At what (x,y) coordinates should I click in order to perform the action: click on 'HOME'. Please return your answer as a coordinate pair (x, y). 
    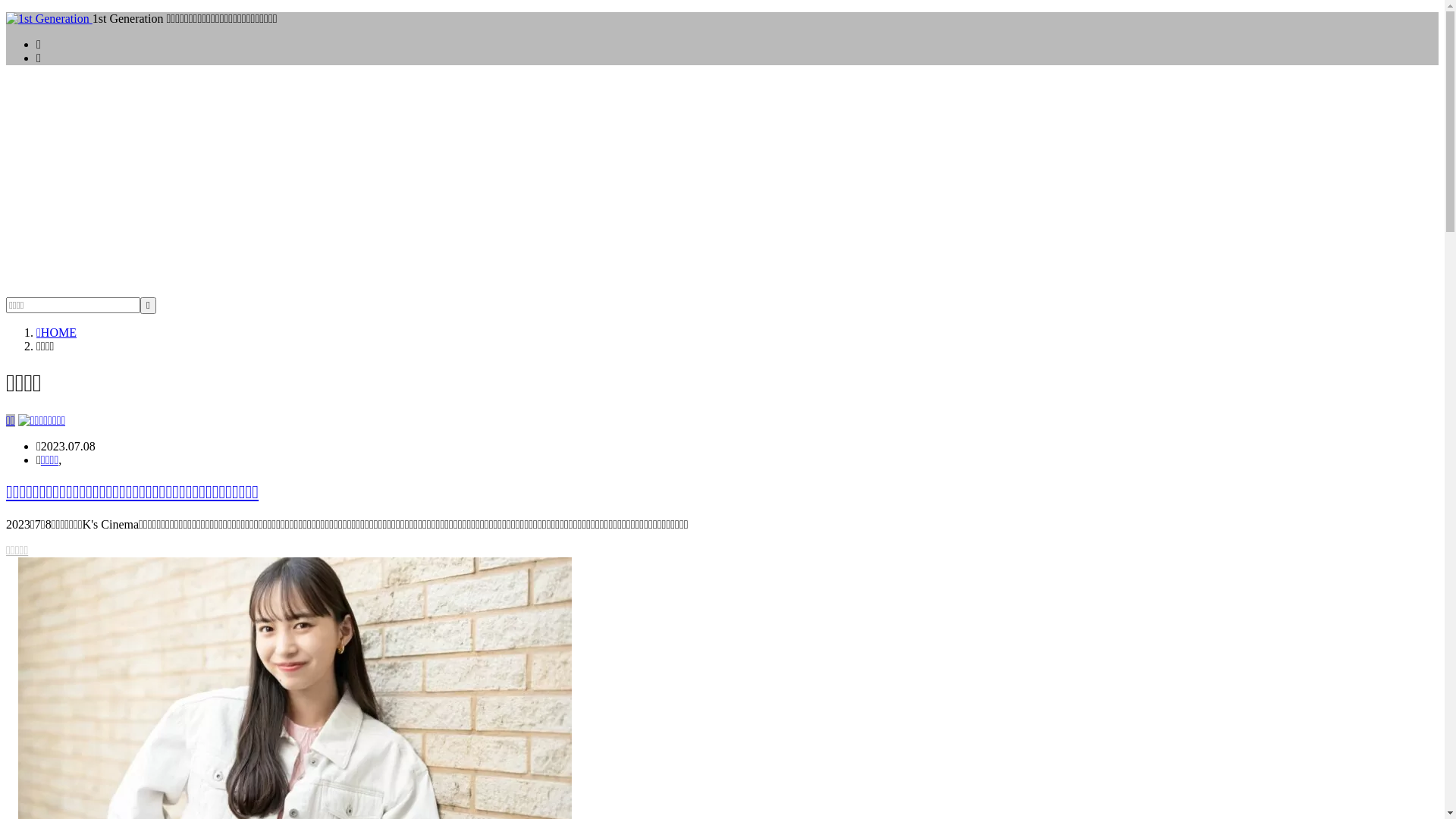
    Looking at the image, I should click on (36, 331).